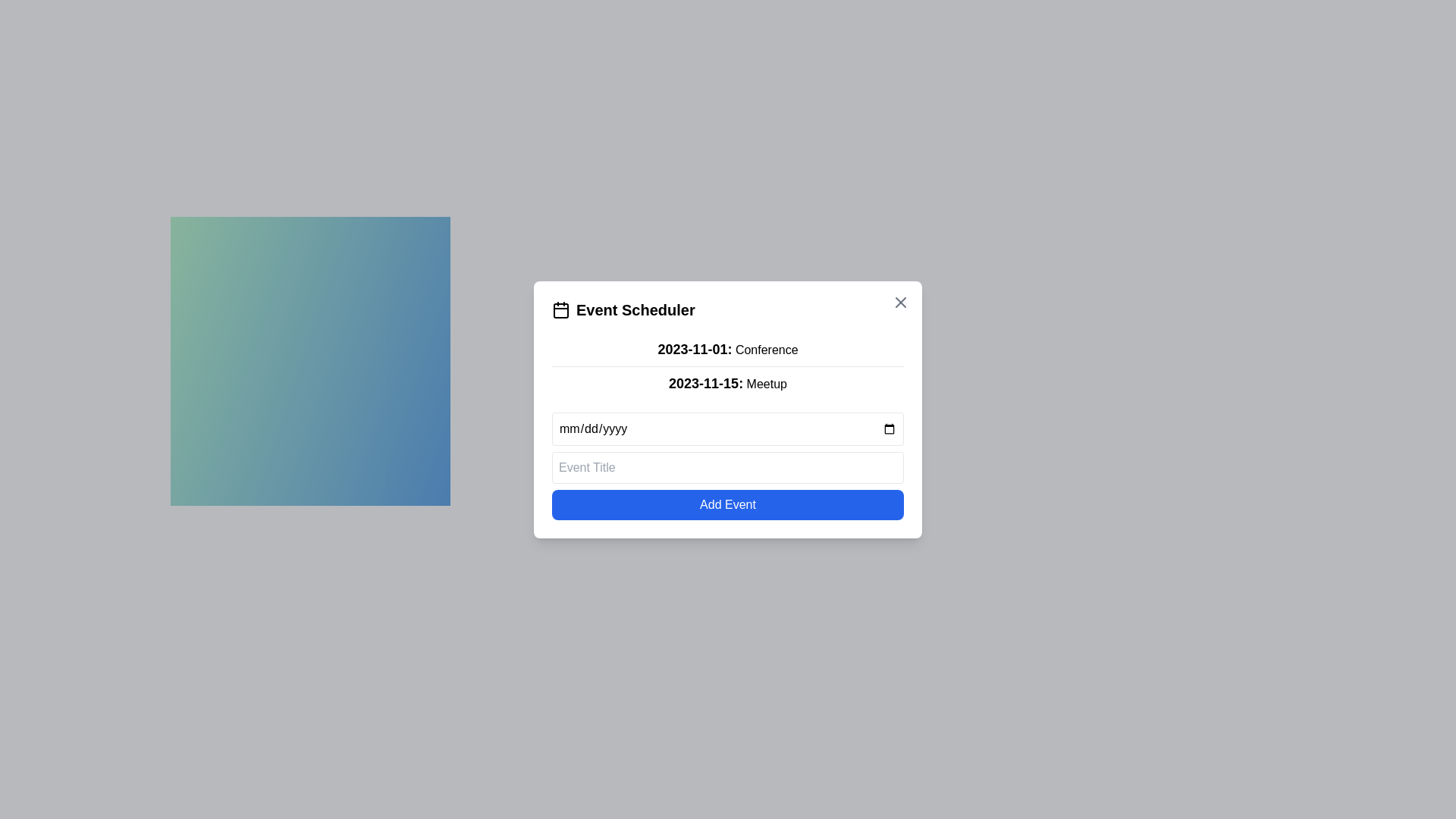 The height and width of the screenshot is (819, 1456). What do you see at coordinates (728, 504) in the screenshot?
I see `the rectangular button with a solid blue background and white text reading 'Add Event'` at bounding box center [728, 504].